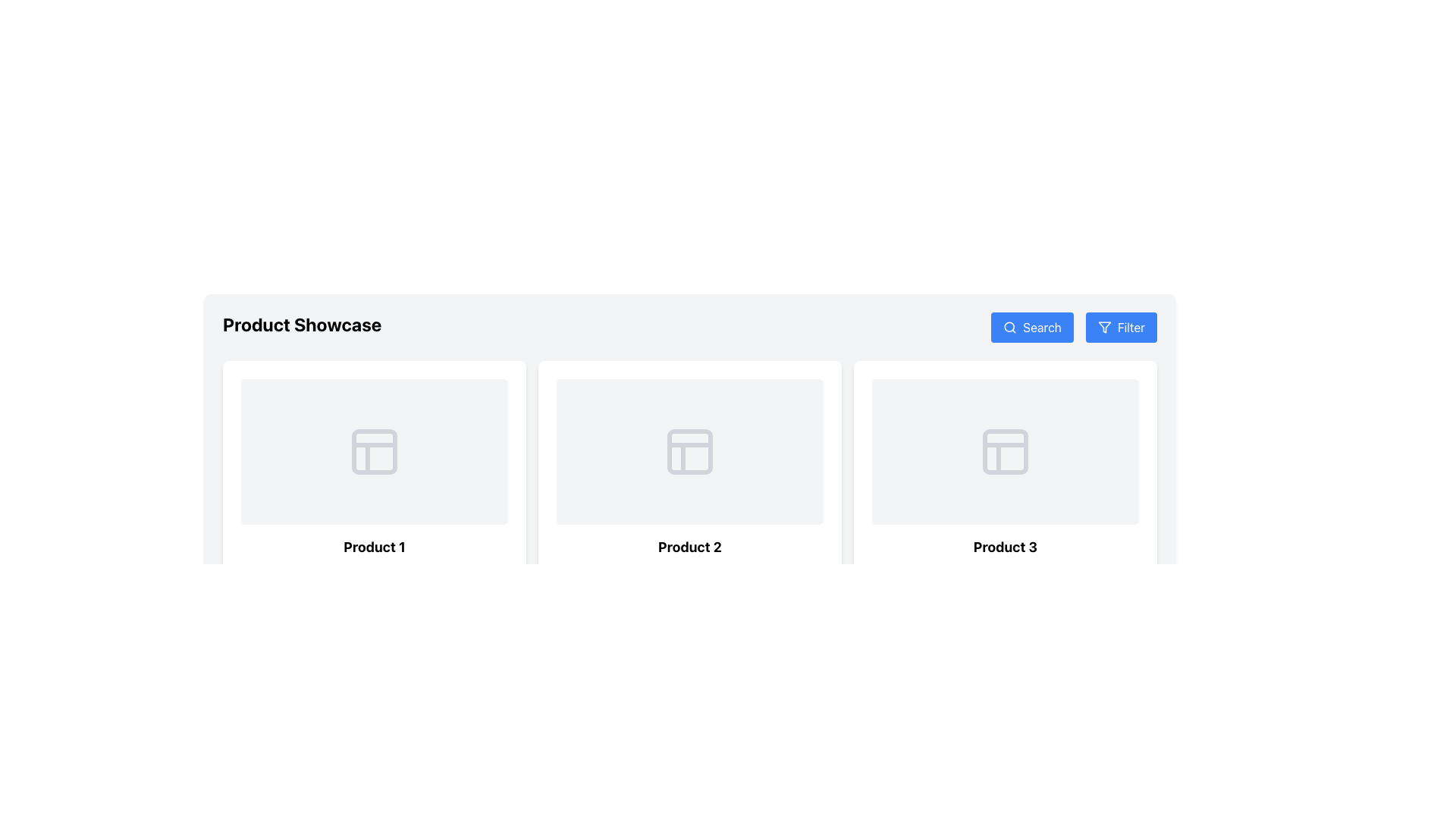 The image size is (1456, 819). What do you see at coordinates (1121, 327) in the screenshot?
I see `the 'Filter' button` at bounding box center [1121, 327].